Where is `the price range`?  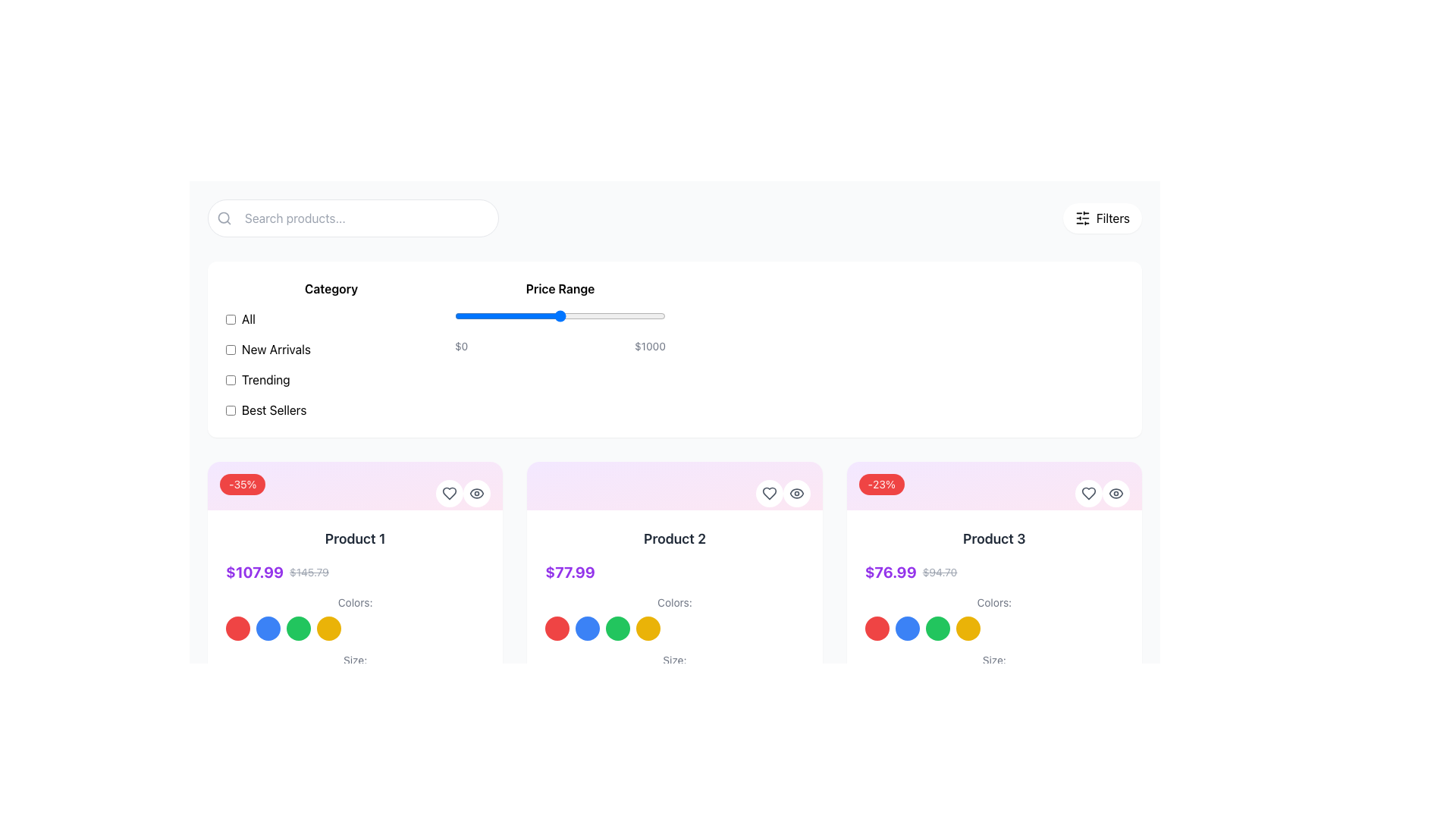
the price range is located at coordinates (518, 315).